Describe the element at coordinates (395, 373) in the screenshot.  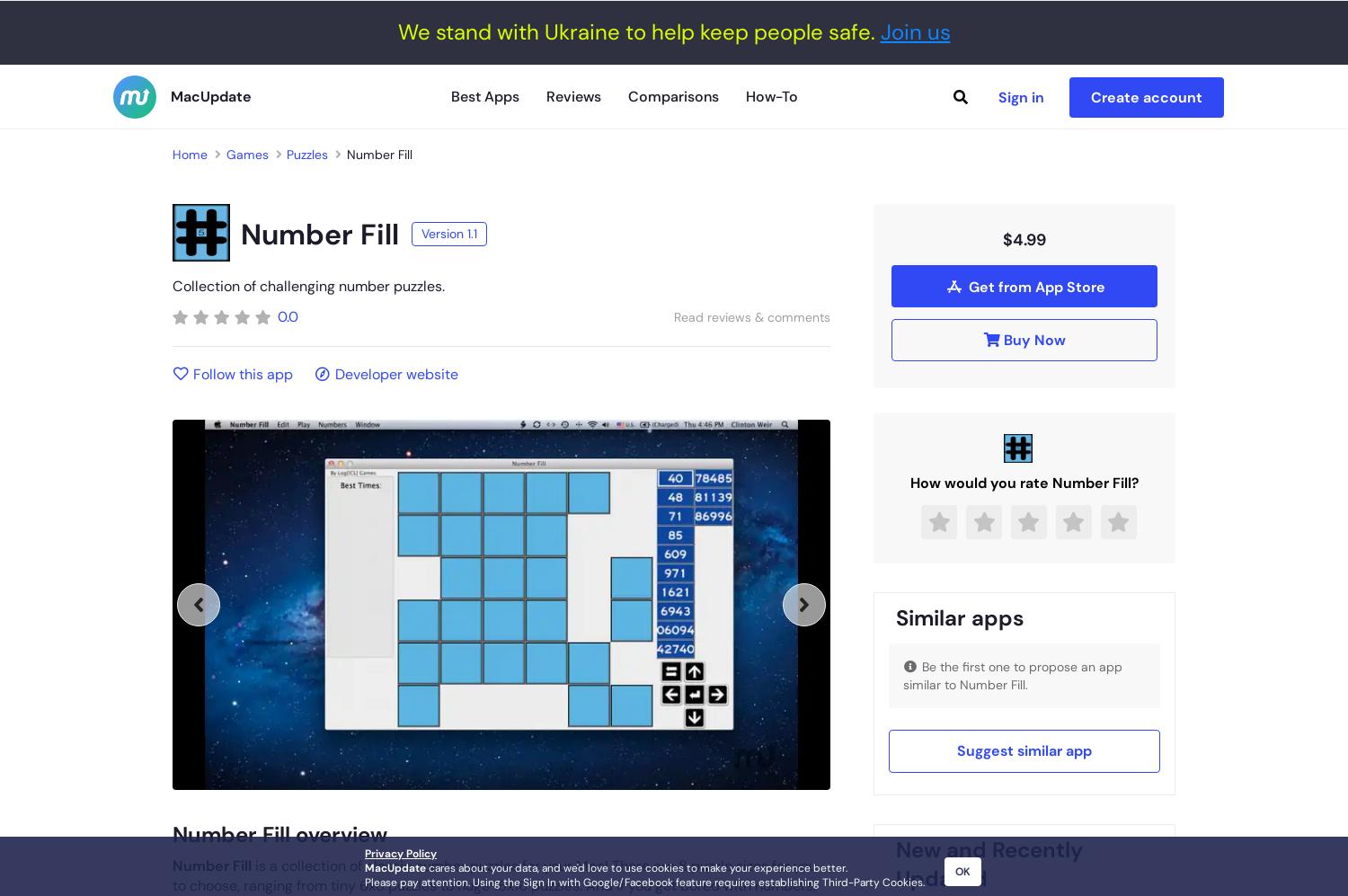
I see `'Developer website'` at that location.